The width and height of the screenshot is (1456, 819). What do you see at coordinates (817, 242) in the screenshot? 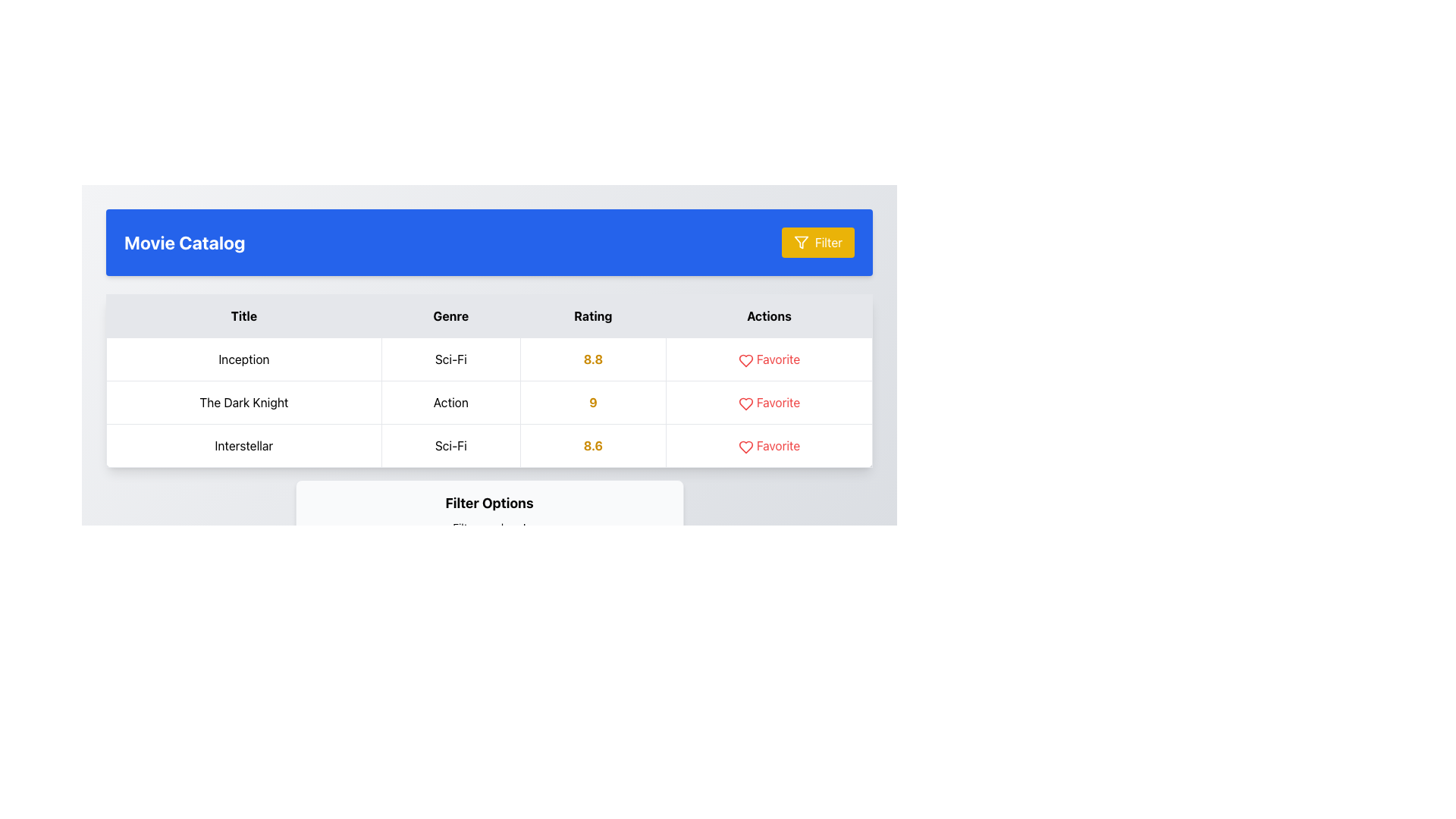
I see `the filter button located in the top-right corner of the 'Movie Catalog' section` at bounding box center [817, 242].